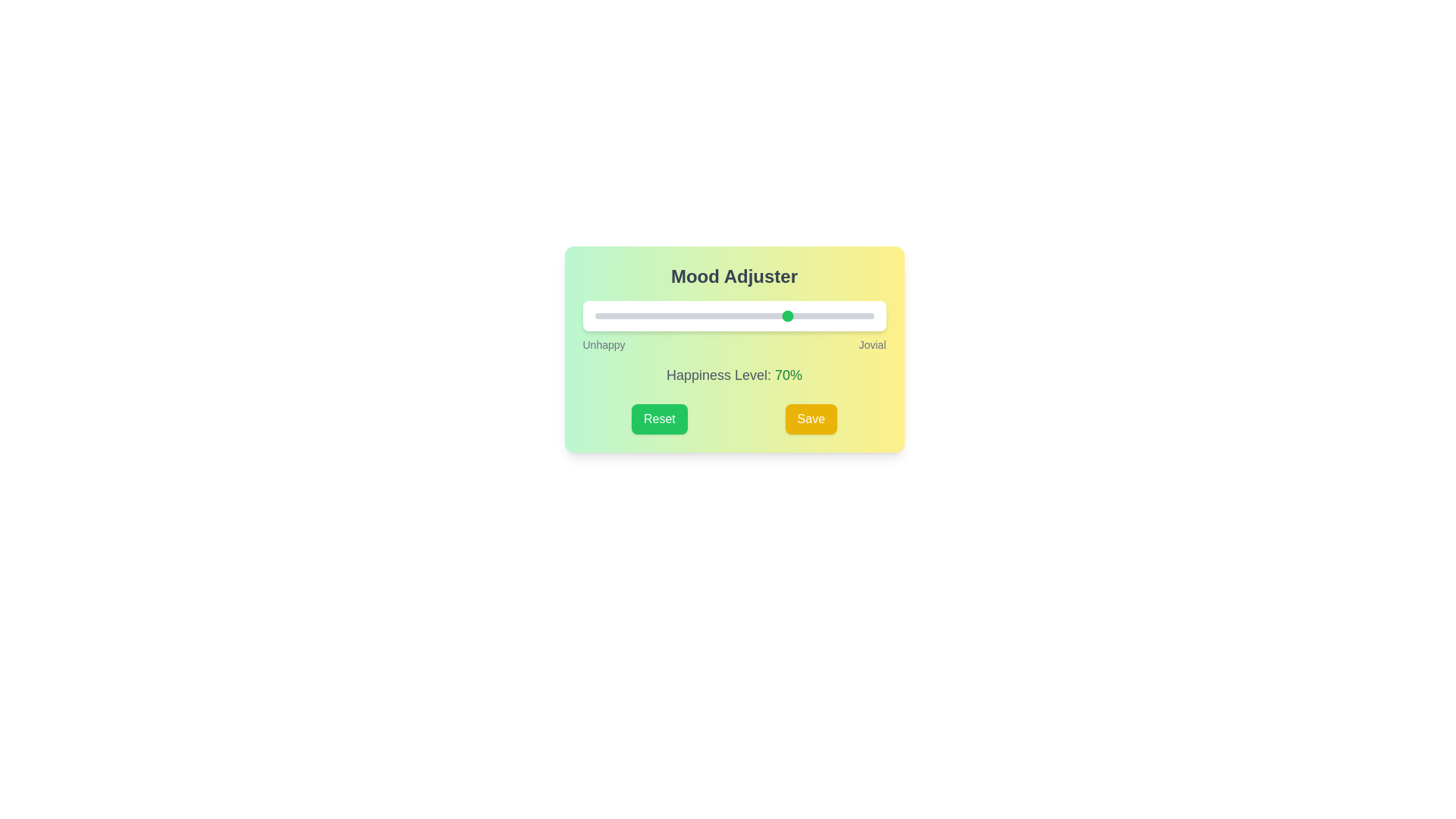 The image size is (1456, 819). What do you see at coordinates (845, 315) in the screenshot?
I see `the slider to set the happiness level to 90%` at bounding box center [845, 315].